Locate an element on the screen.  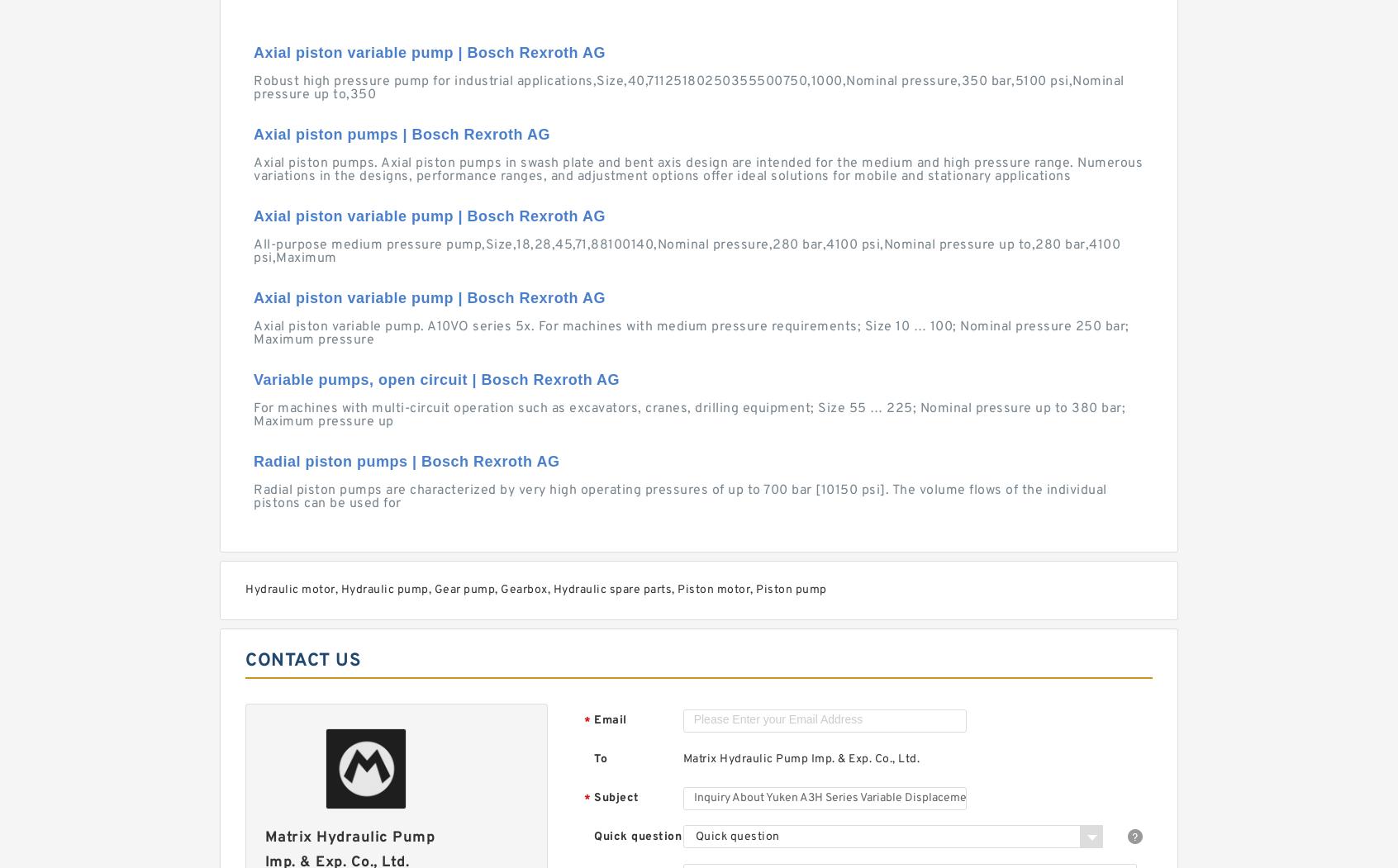
'Axial piston variable pump. A10VO series 5x. For machines with medium pressure requirements; Size 10 … 100; Nominal pressure 250 bar; Maximum pressure' is located at coordinates (252, 333).